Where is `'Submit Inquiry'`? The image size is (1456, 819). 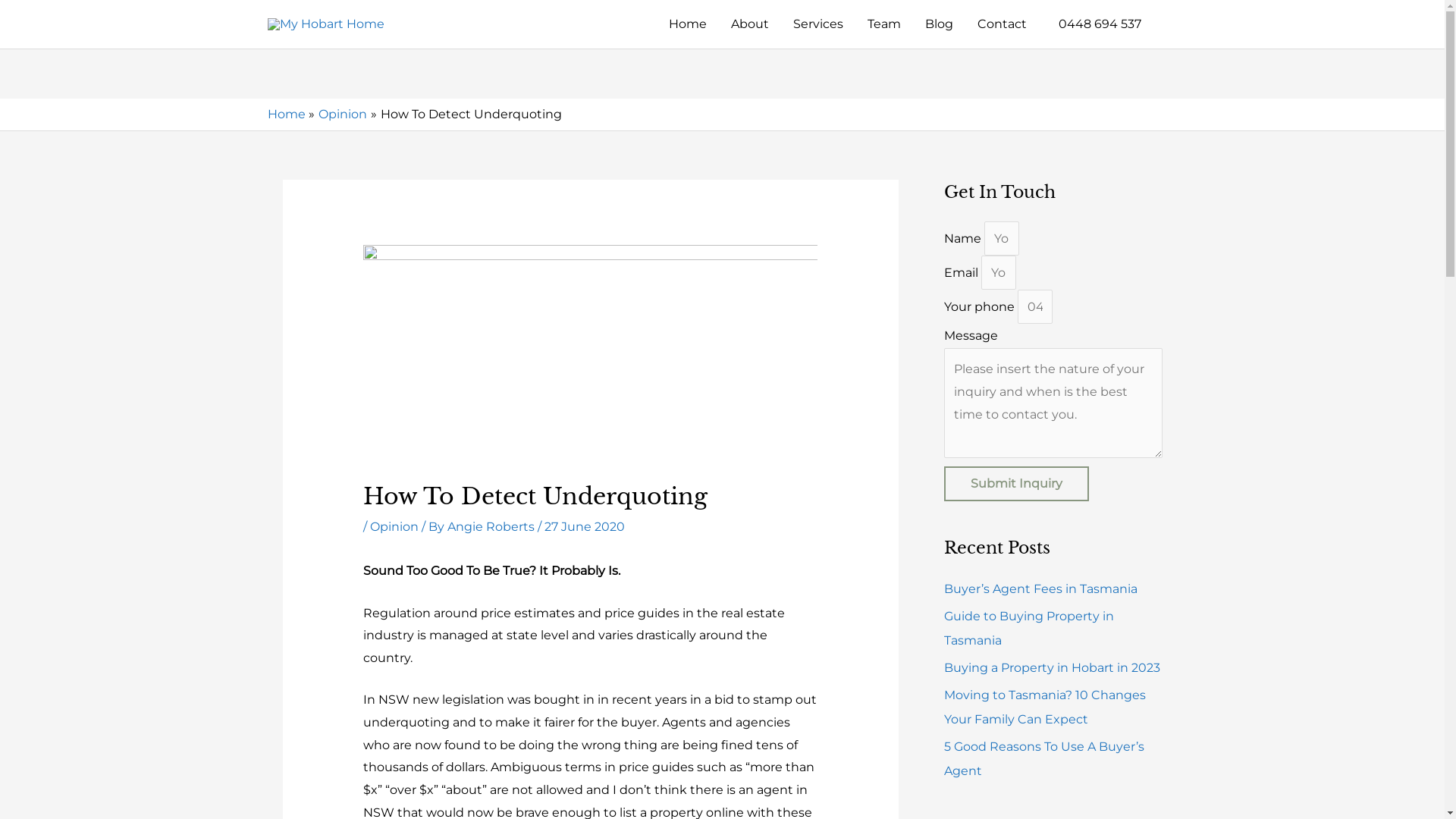 'Submit Inquiry' is located at coordinates (1015, 483).